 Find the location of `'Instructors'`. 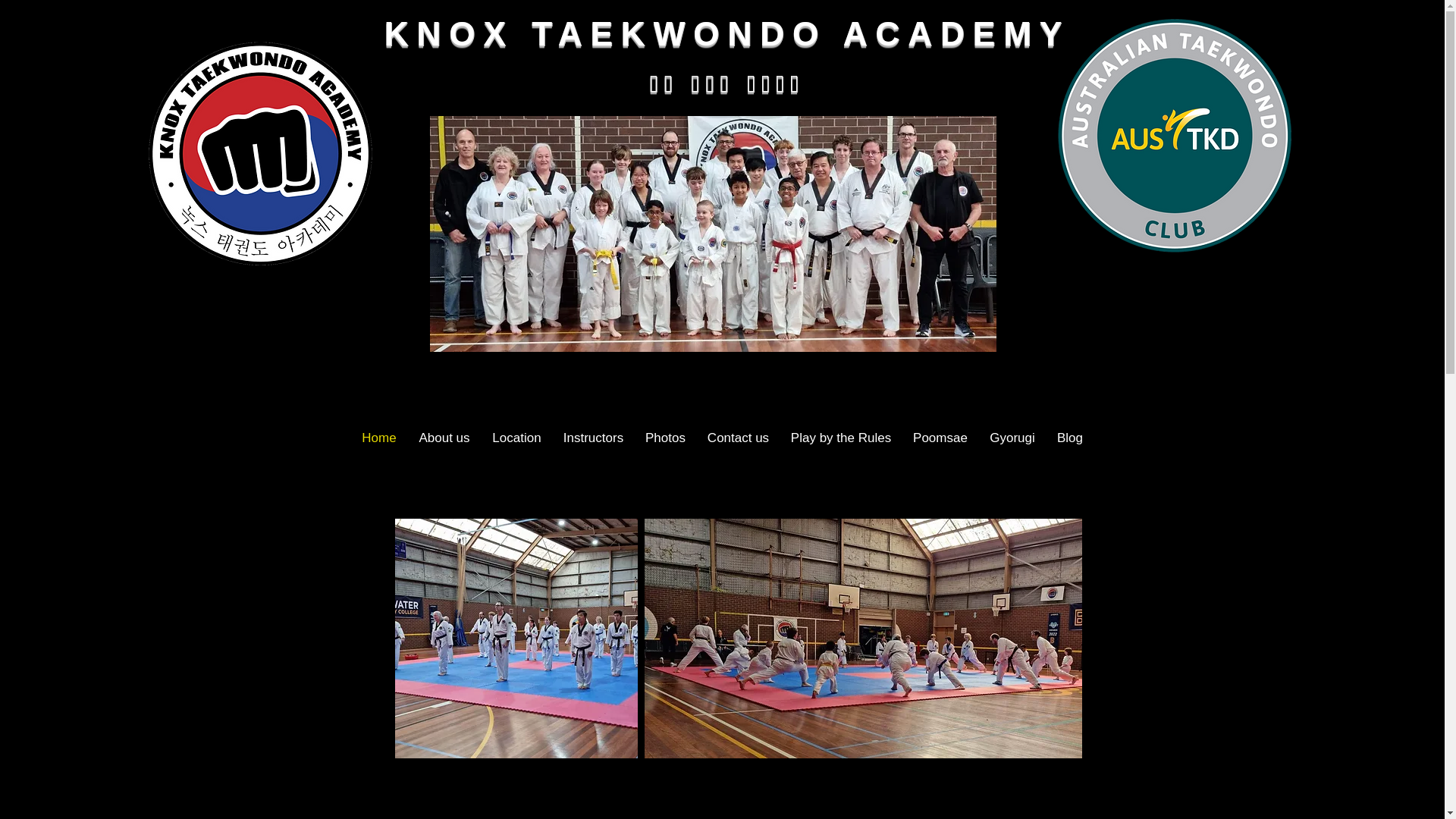

'Instructors' is located at coordinates (592, 438).